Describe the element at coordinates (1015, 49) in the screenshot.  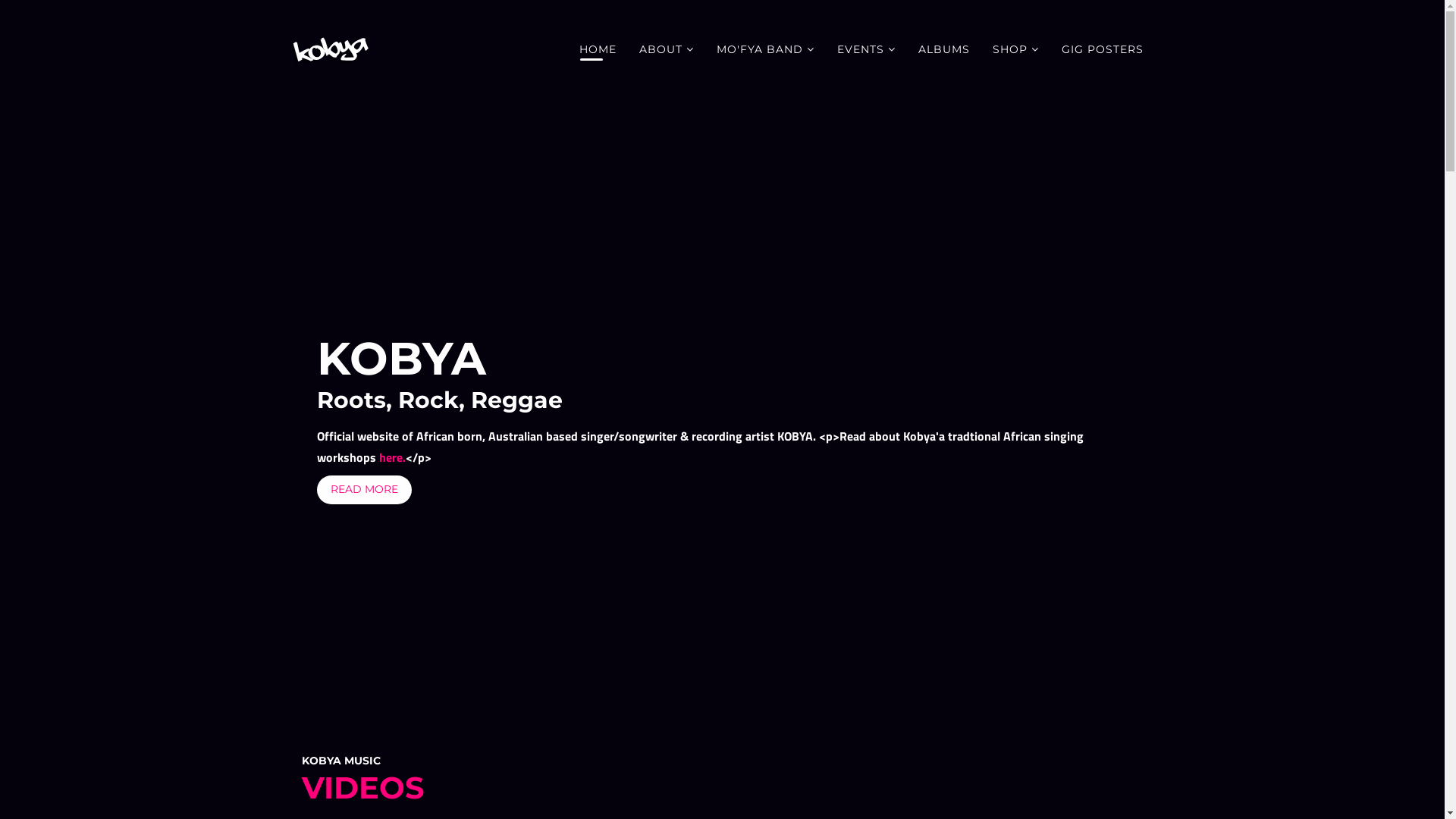
I see `'SHOP'` at that location.